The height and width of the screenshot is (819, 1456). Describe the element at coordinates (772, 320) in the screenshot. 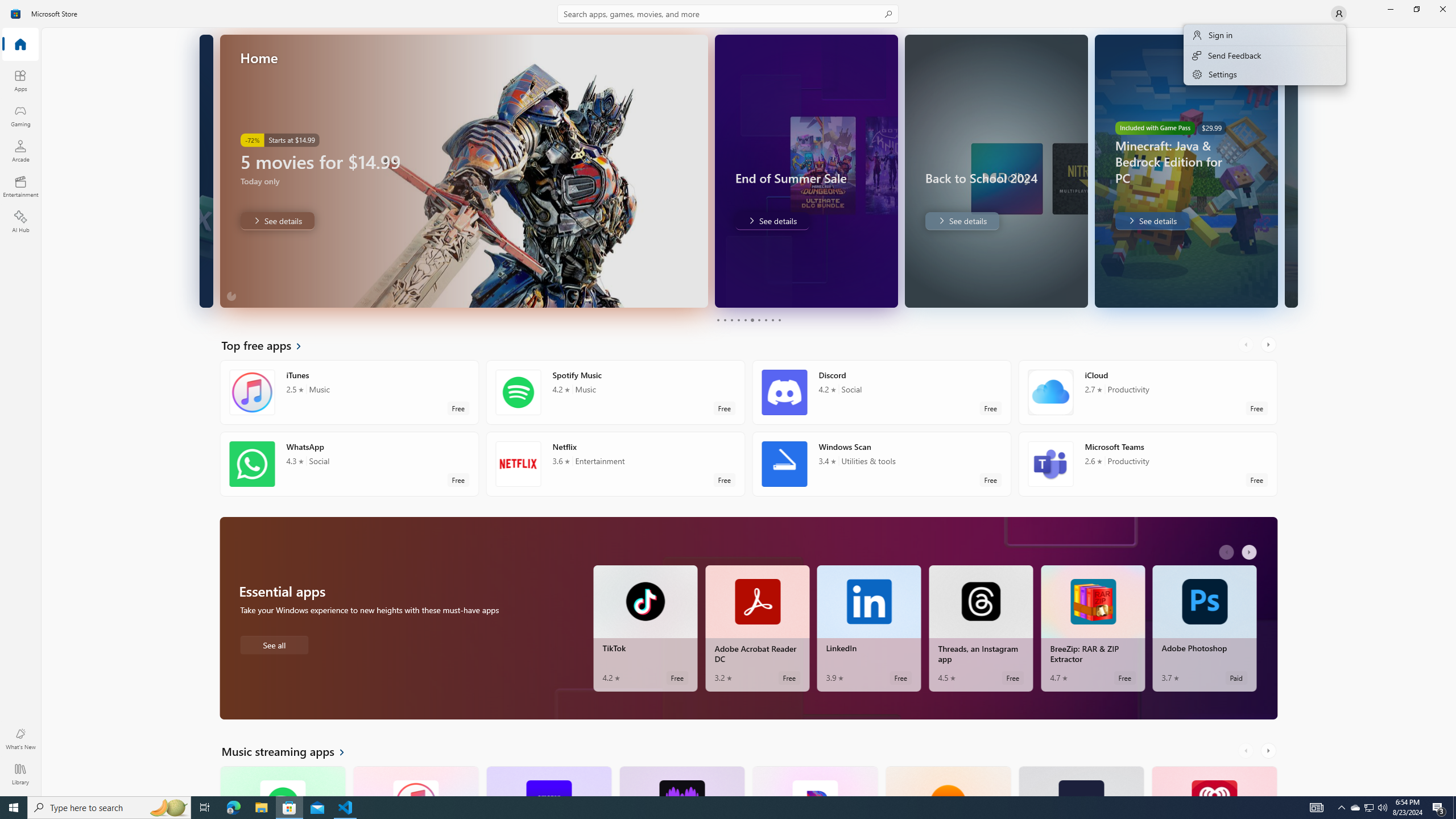

I see `'Page 9'` at that location.